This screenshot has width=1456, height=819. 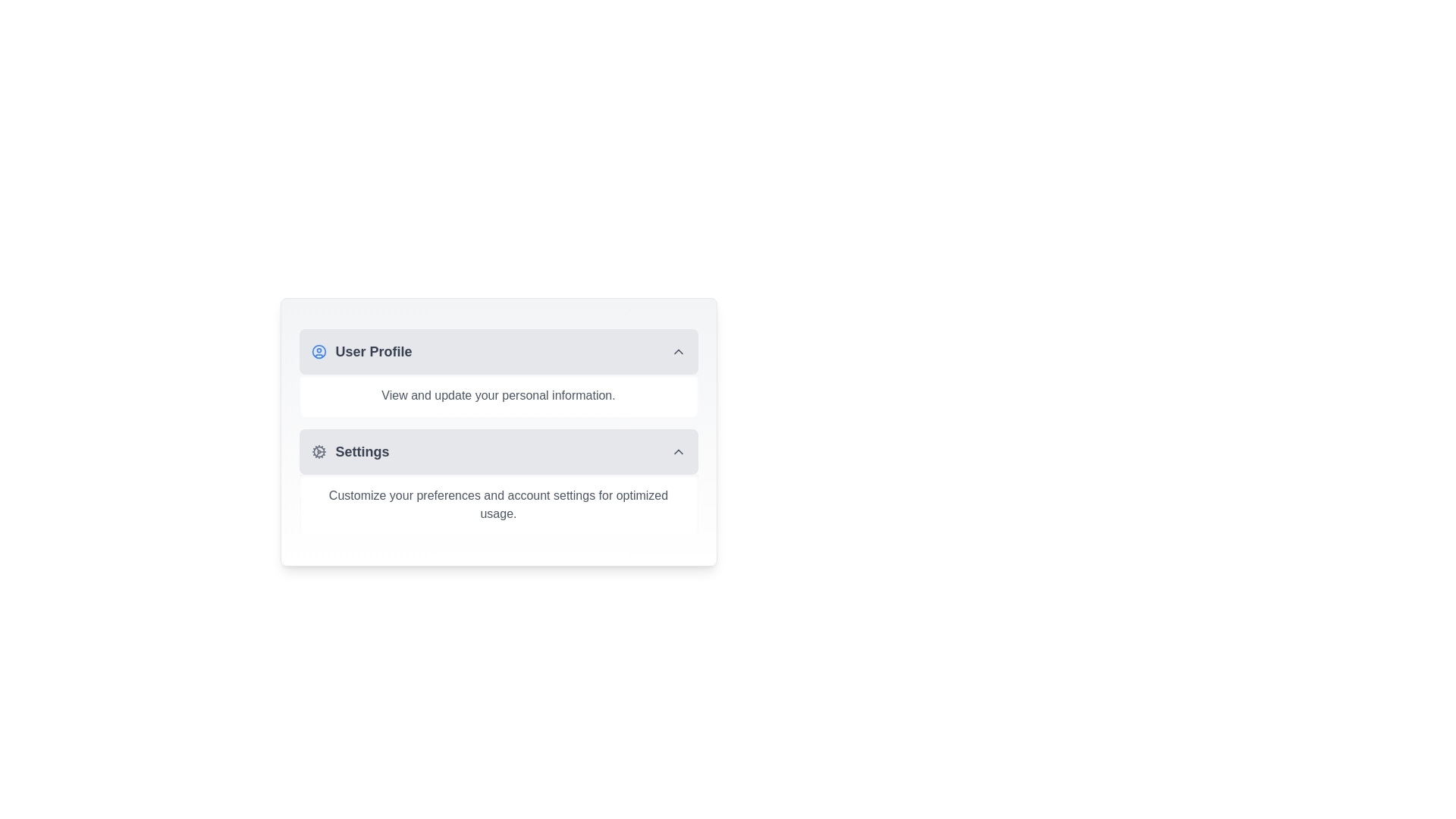 I want to click on the 'Settings' text label, which is styled in a sans-serif font and positioned next to a cog icon in the User Profile section, so click(x=362, y=451).